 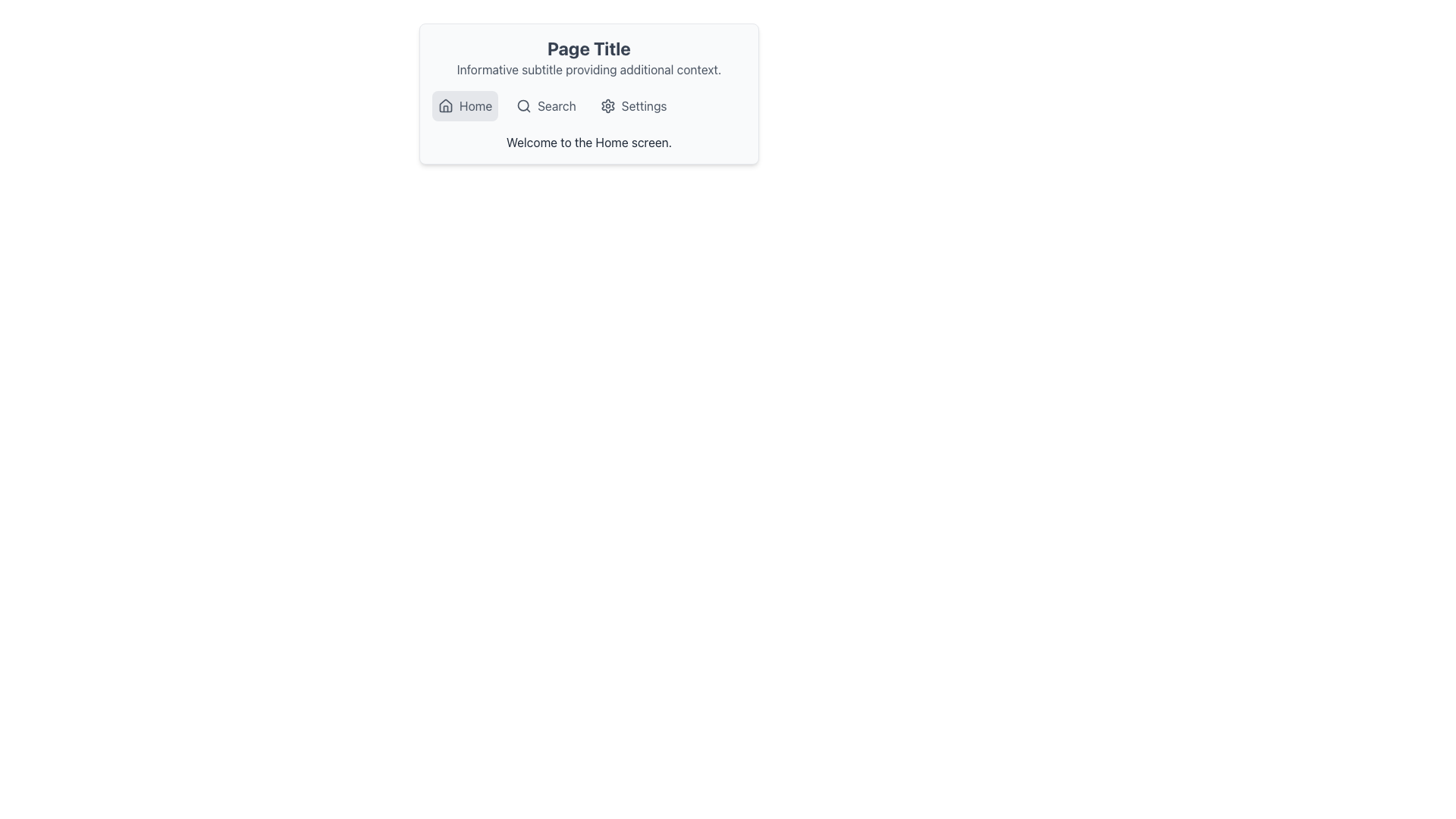 What do you see at coordinates (588, 70) in the screenshot?
I see `the textual label displaying 'Informative subtitle providing additional context.' which is located below the main title 'Page Title.'` at bounding box center [588, 70].